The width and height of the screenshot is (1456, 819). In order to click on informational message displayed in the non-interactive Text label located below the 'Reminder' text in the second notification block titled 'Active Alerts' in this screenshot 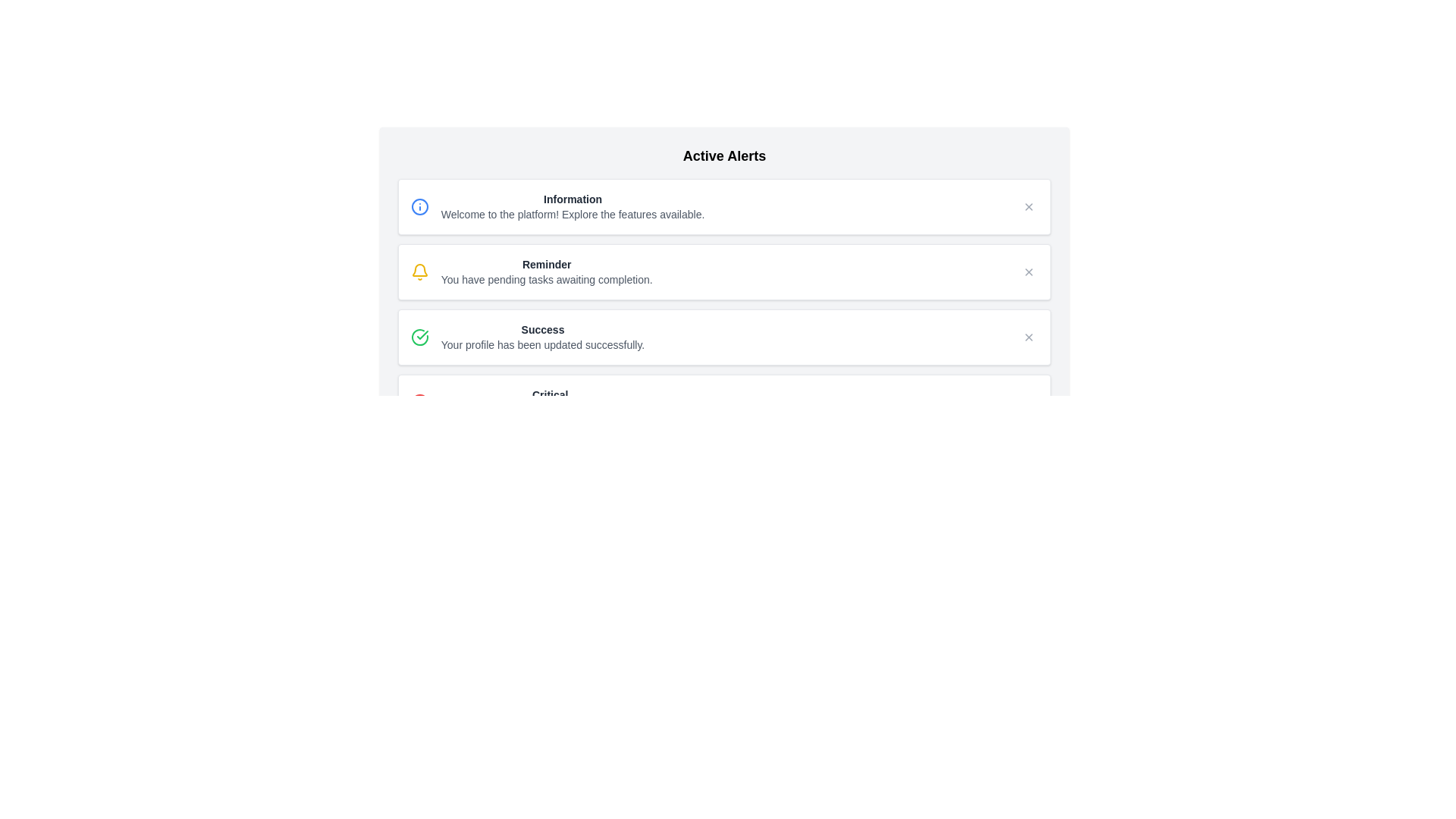, I will do `click(546, 280)`.